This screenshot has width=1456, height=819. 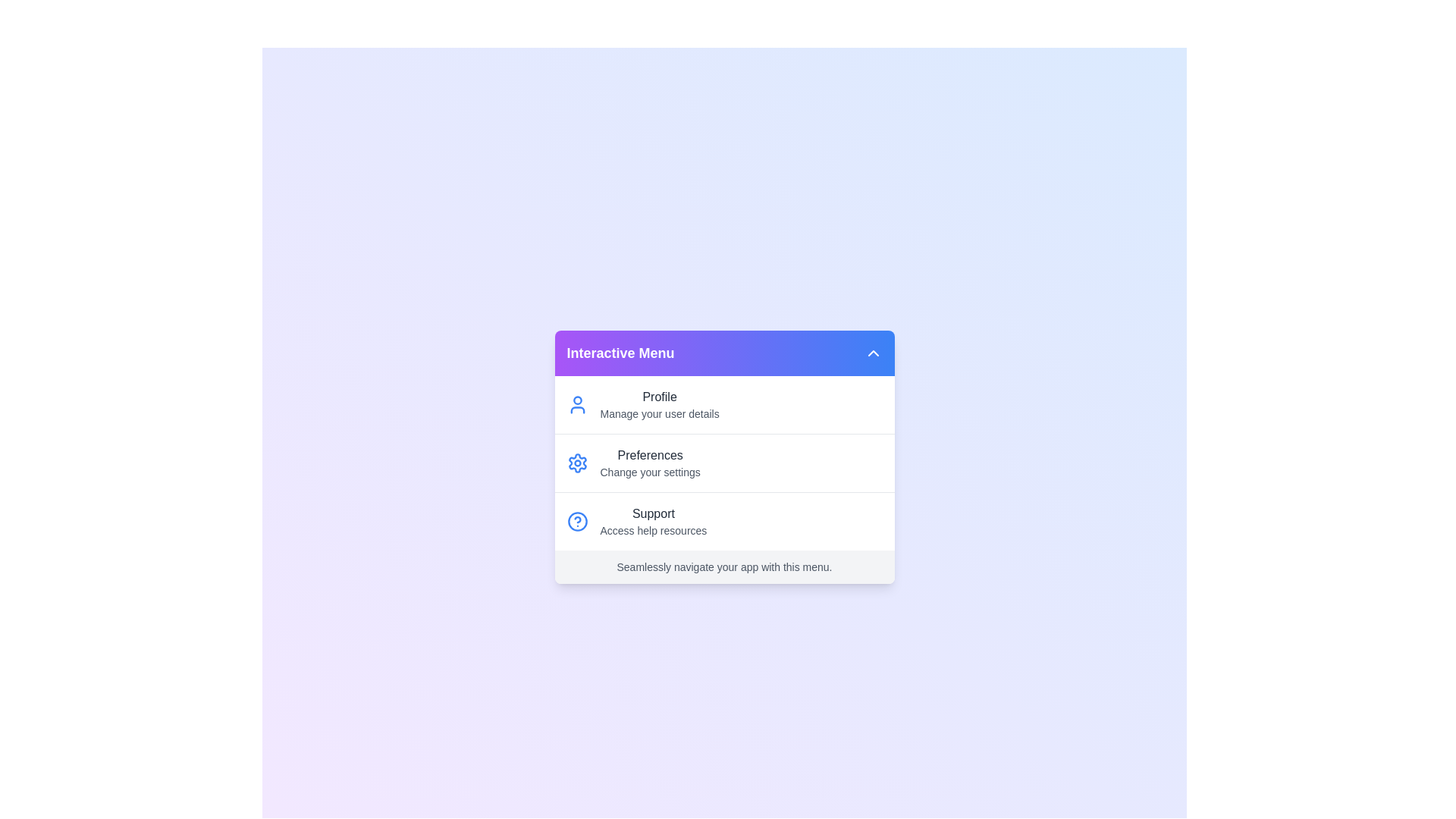 I want to click on the menu item Support, so click(x=723, y=520).